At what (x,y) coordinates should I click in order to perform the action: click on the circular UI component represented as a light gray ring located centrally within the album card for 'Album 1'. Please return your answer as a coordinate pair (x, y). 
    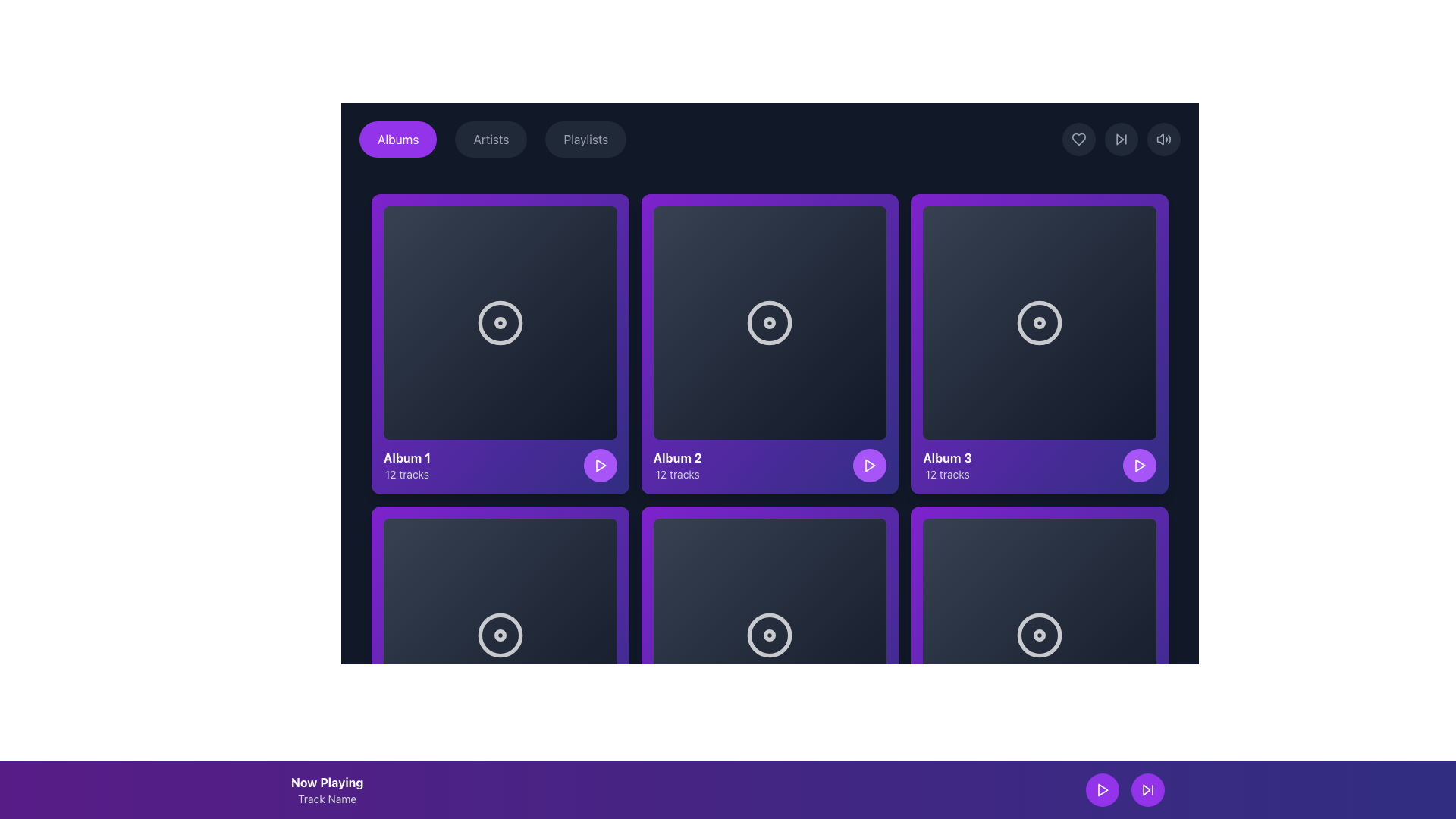
    Looking at the image, I should click on (500, 322).